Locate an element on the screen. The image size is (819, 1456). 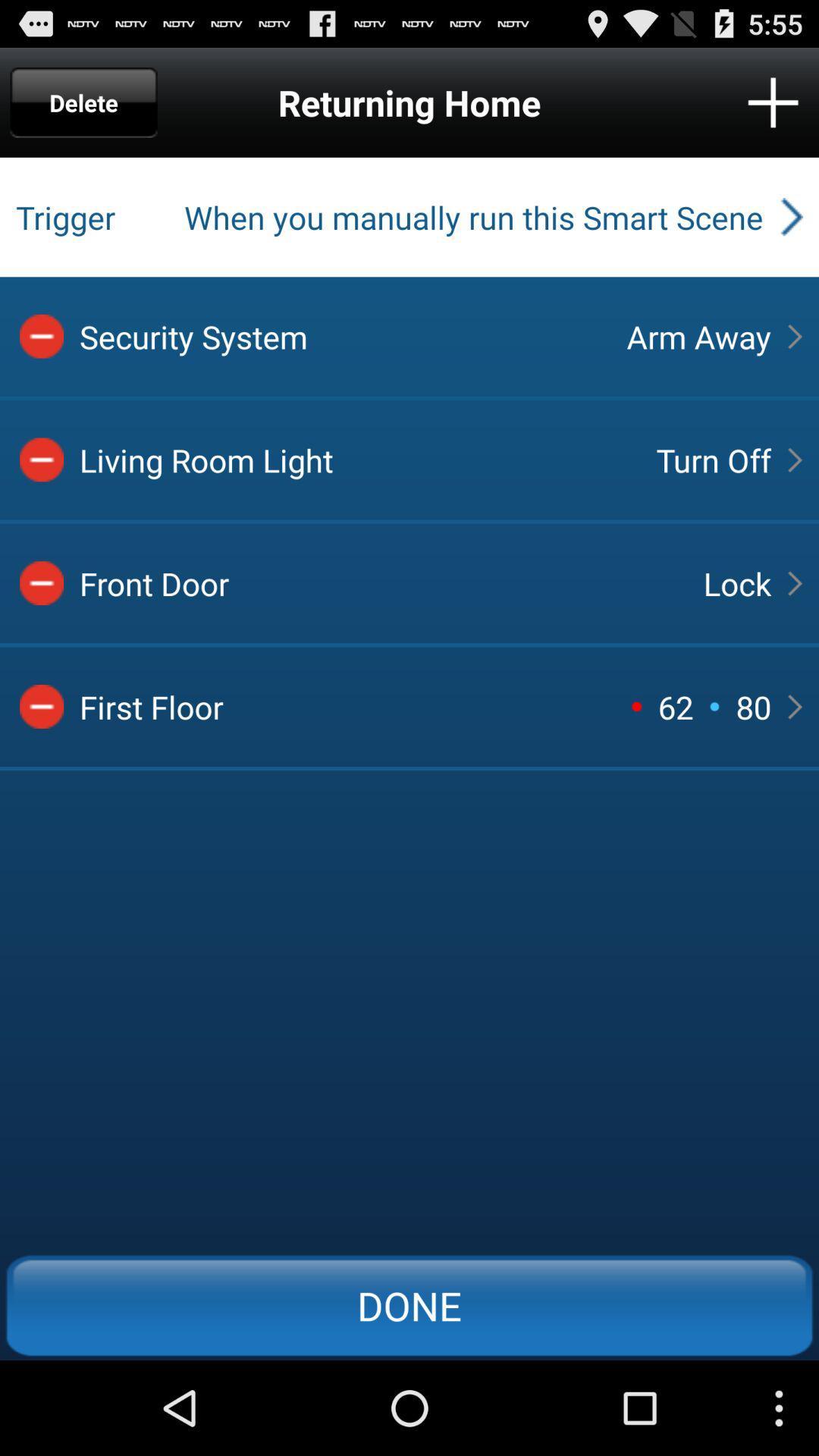
stay connected is located at coordinates (773, 102).